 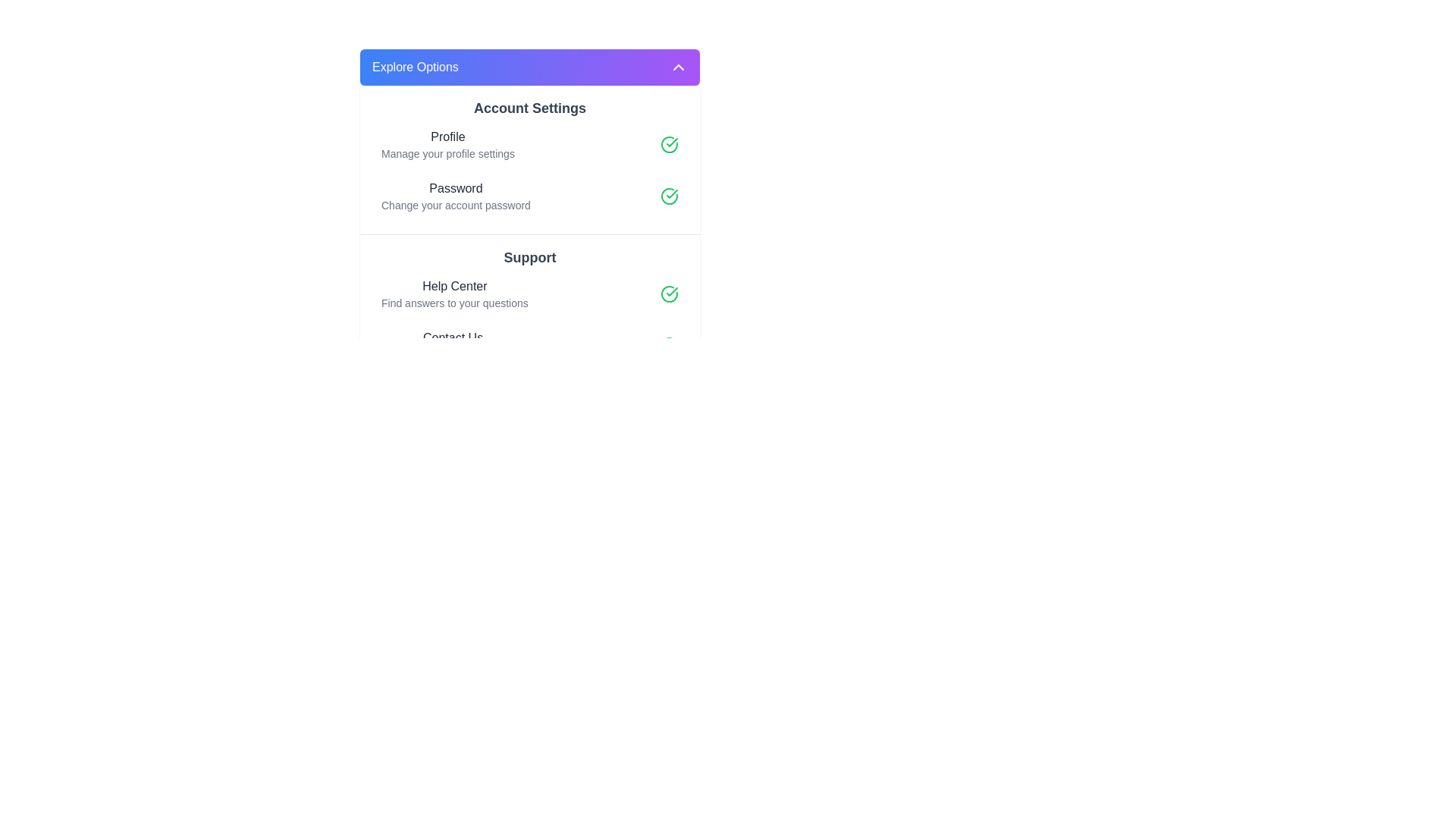 What do you see at coordinates (453, 294) in the screenshot?
I see `the 'Help Center' text block, which is the first item under the 'Support' heading in the menu` at bounding box center [453, 294].